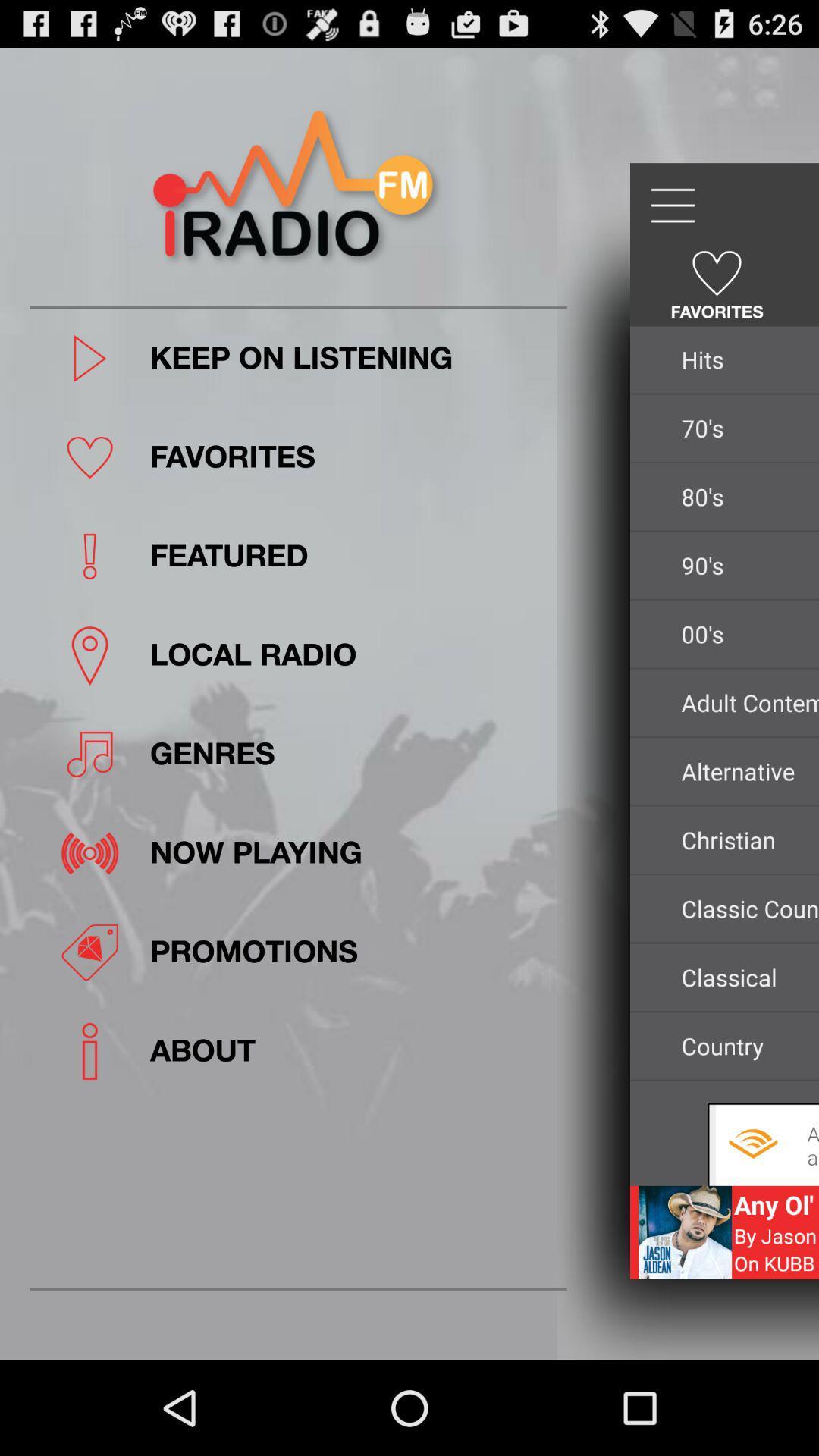 This screenshot has width=819, height=1456. Describe the element at coordinates (745, 839) in the screenshot. I see `christian` at that location.